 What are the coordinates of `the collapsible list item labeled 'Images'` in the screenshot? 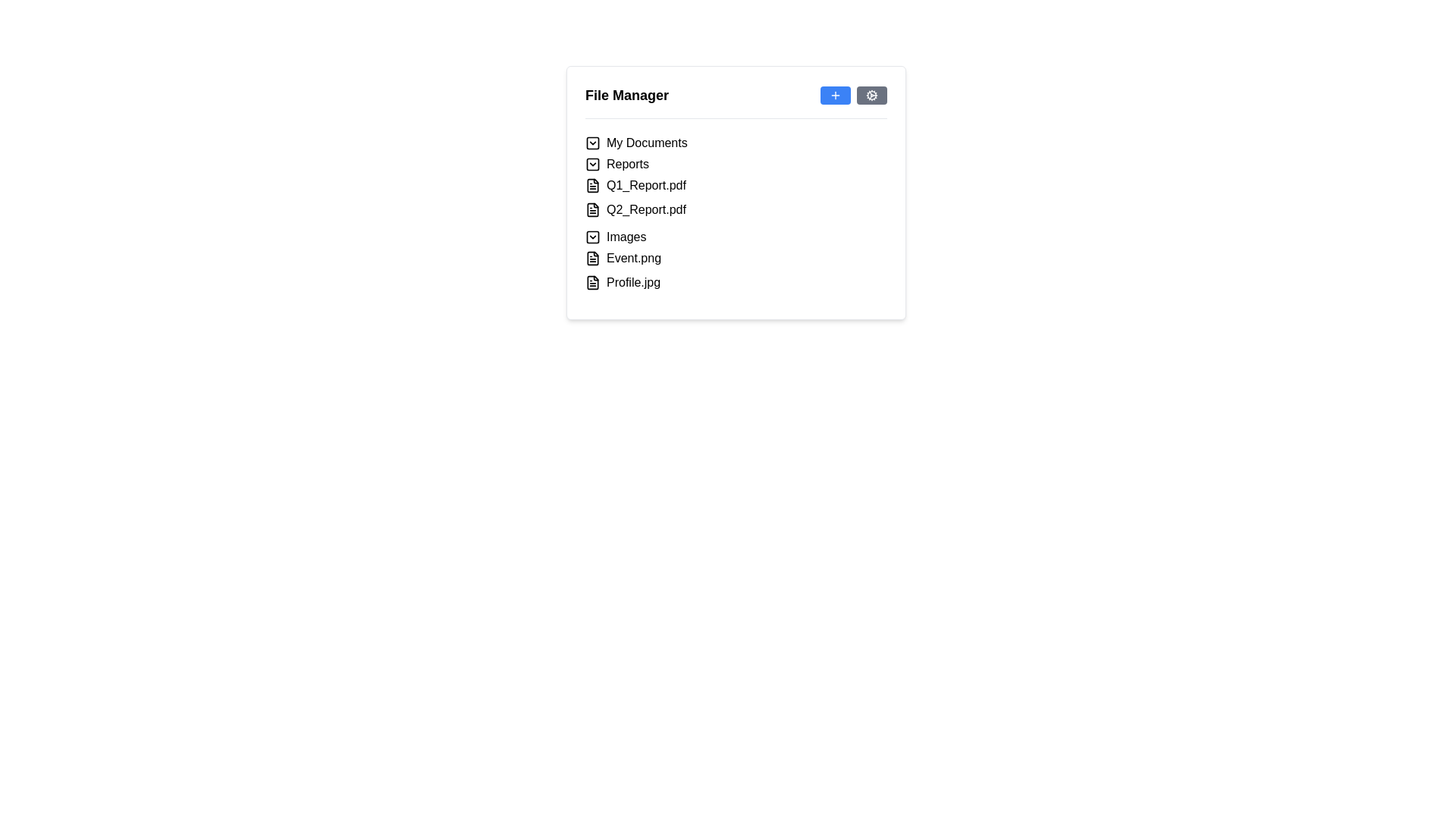 It's located at (736, 237).